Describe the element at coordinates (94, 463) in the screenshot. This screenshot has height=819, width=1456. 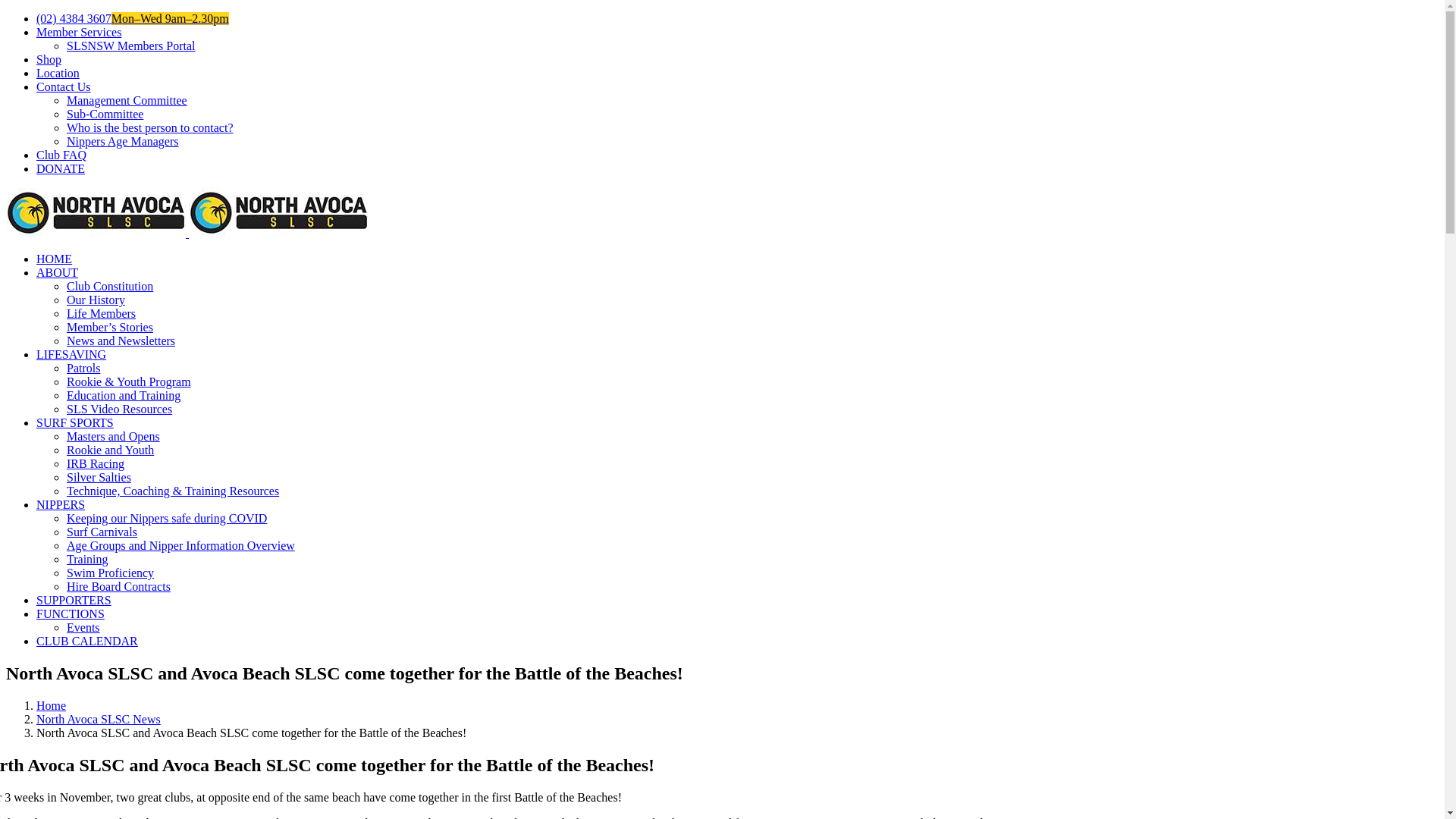
I see `'IRB Racing'` at that location.